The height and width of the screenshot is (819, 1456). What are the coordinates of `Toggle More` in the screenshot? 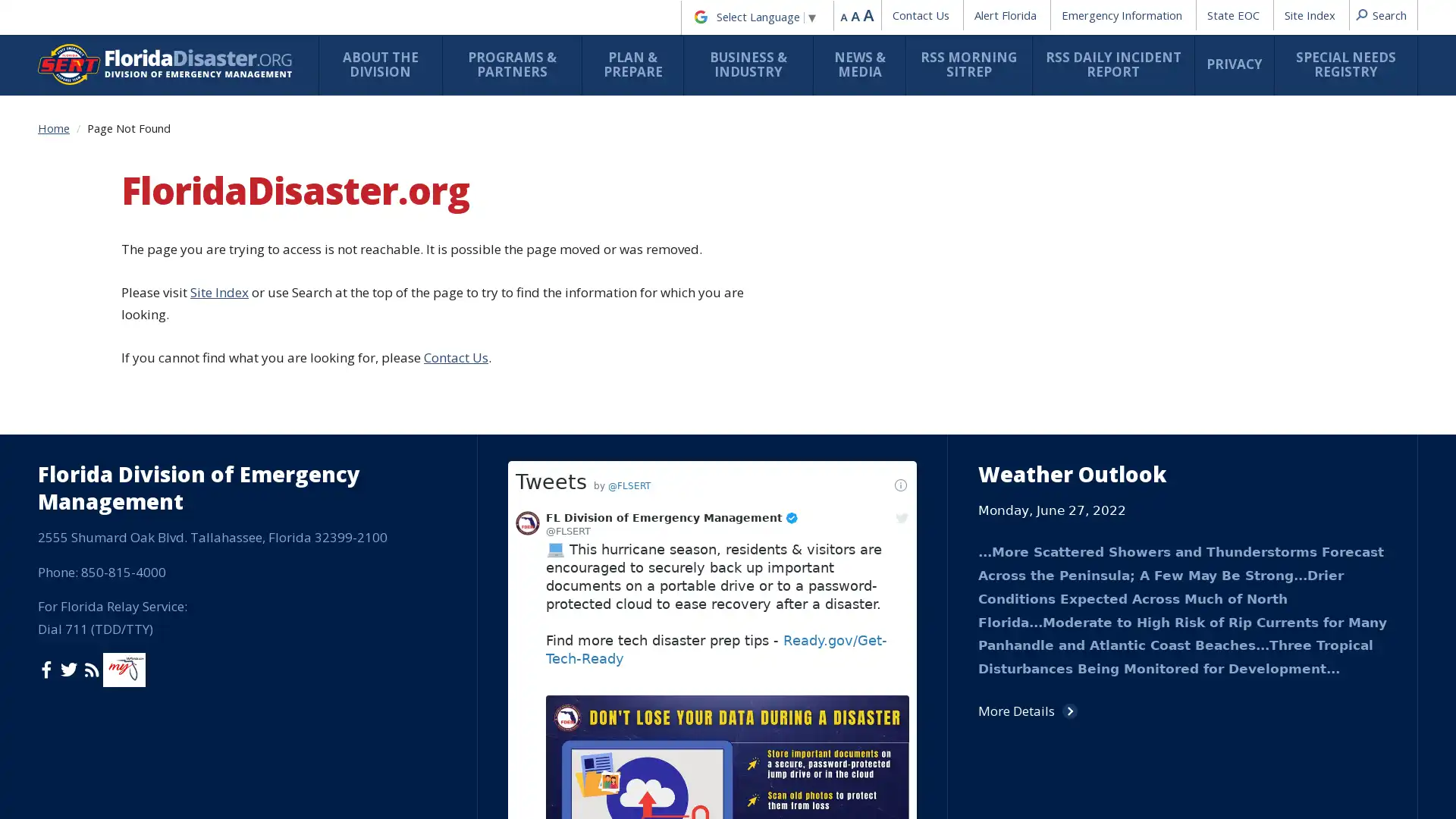 It's located at (607, 289).